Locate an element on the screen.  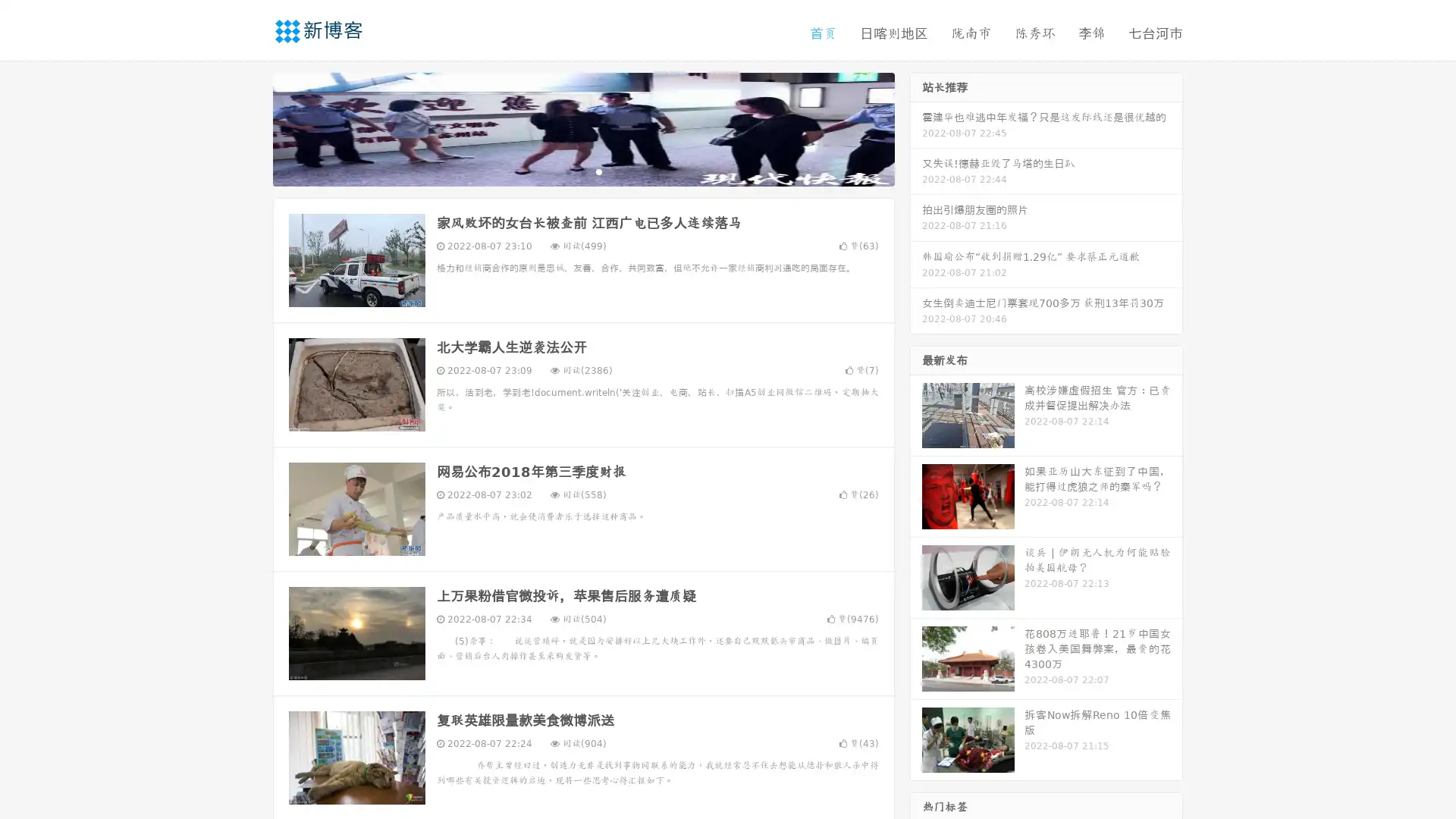
Go to slide 2 is located at coordinates (582, 171).